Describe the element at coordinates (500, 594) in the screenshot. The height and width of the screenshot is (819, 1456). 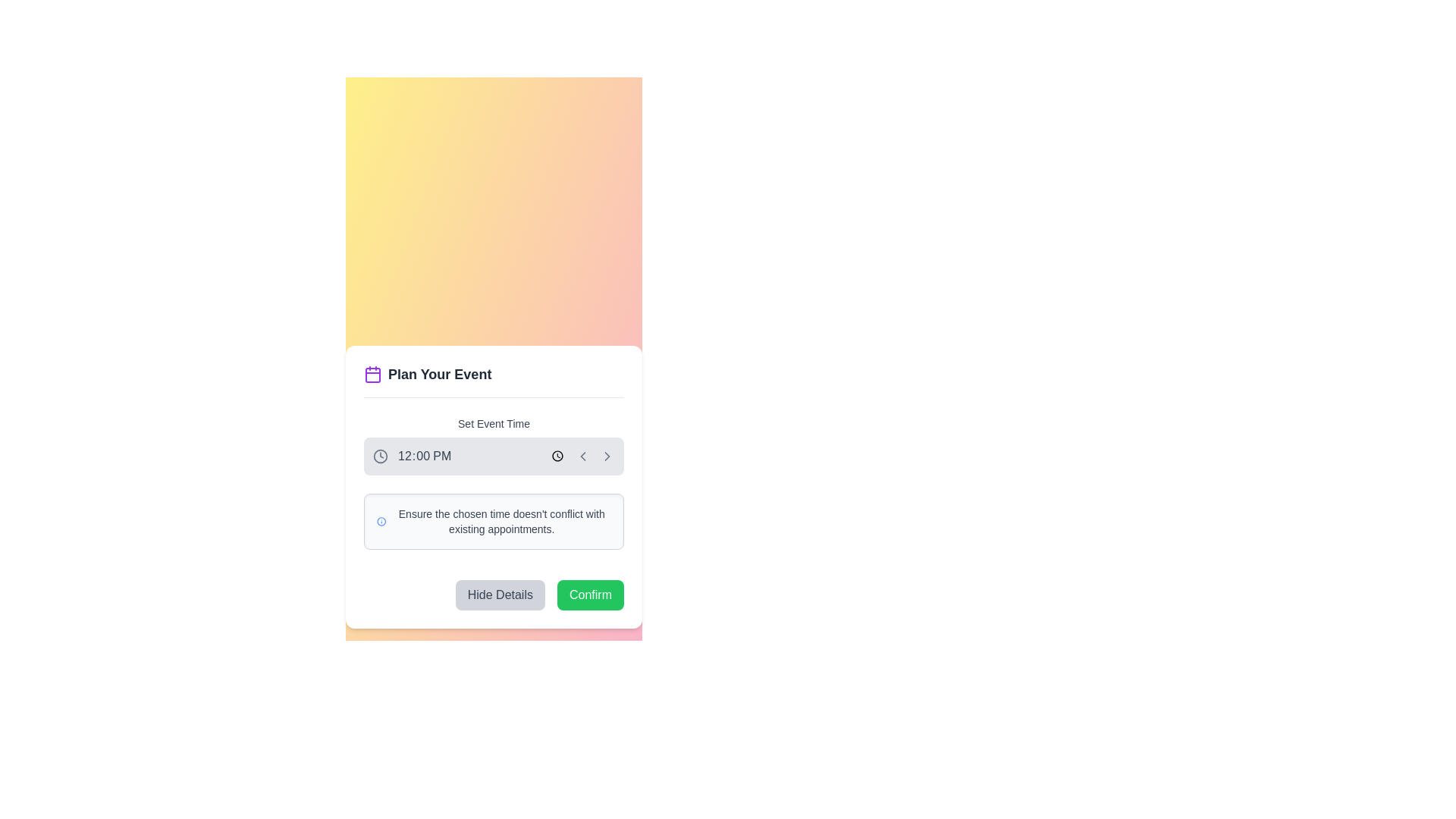
I see `the toggle button located at the bottom right of the card interface to observe style changes` at that location.